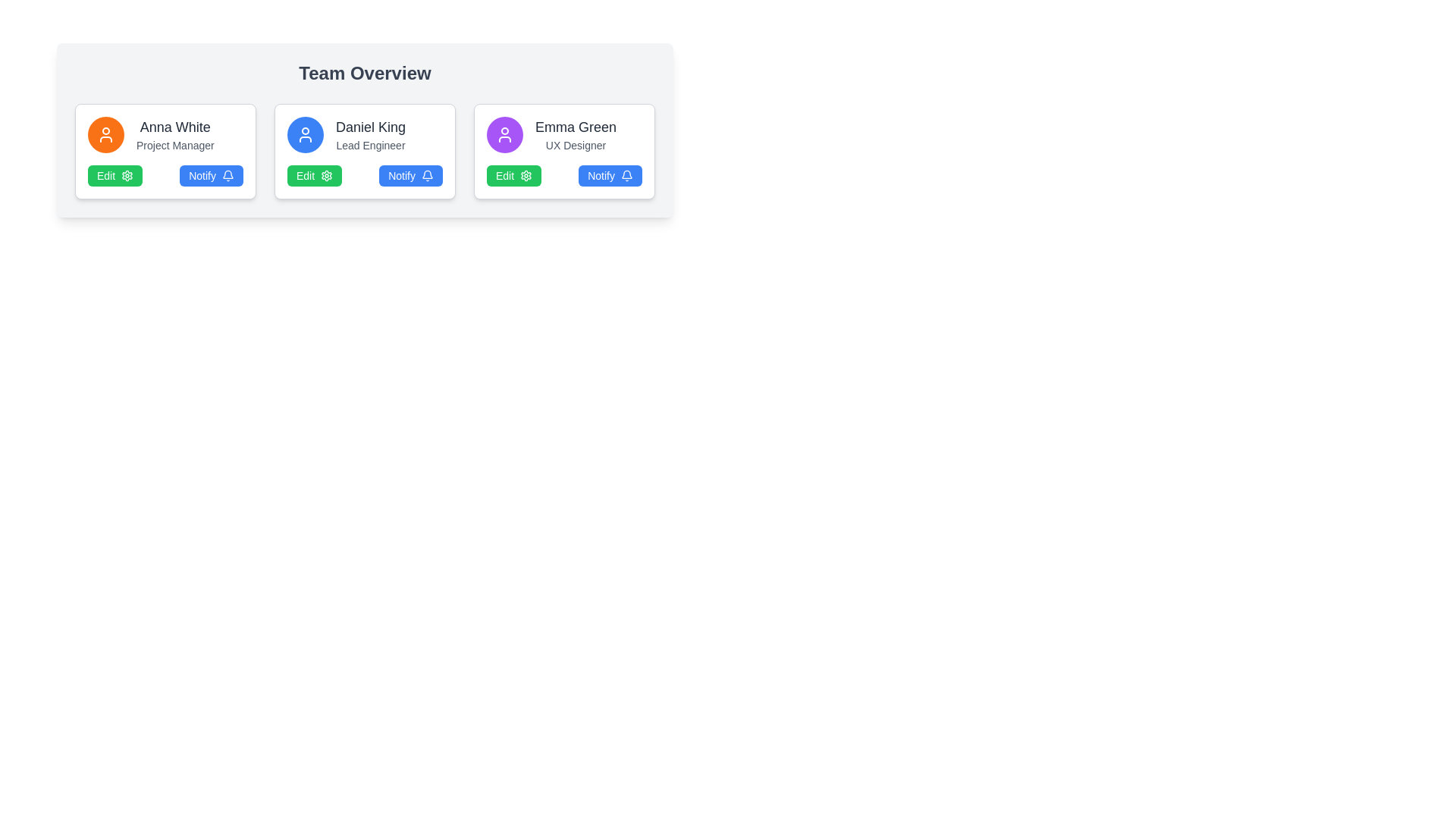 Image resolution: width=1456 pixels, height=819 pixels. I want to click on the user profile icon which is an outline of a person in white on an orange circular background, located at the top center of the first user profile card for 'Anna White, Project Manager', so click(105, 133).